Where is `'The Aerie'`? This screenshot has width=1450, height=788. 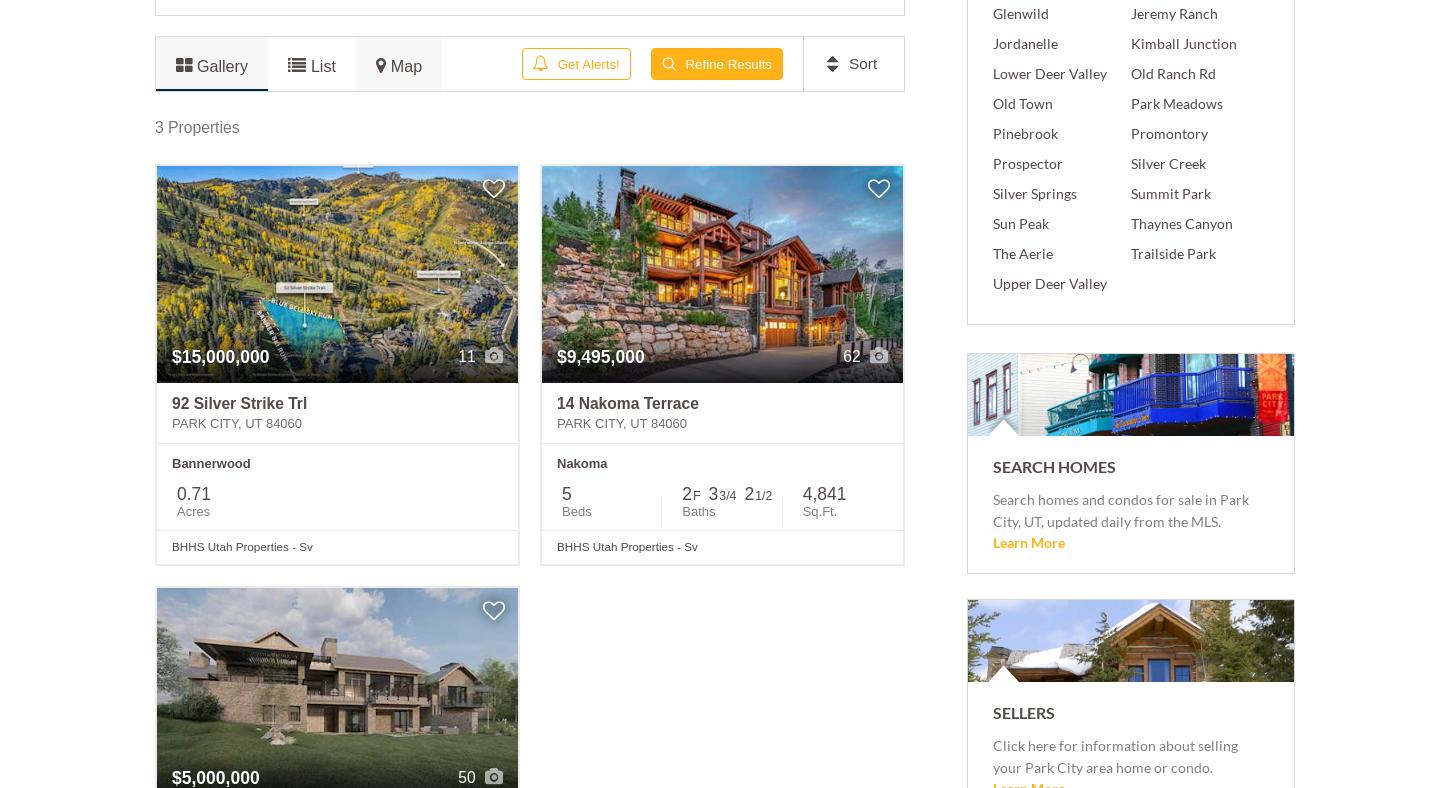 'The Aerie' is located at coordinates (1022, 251).